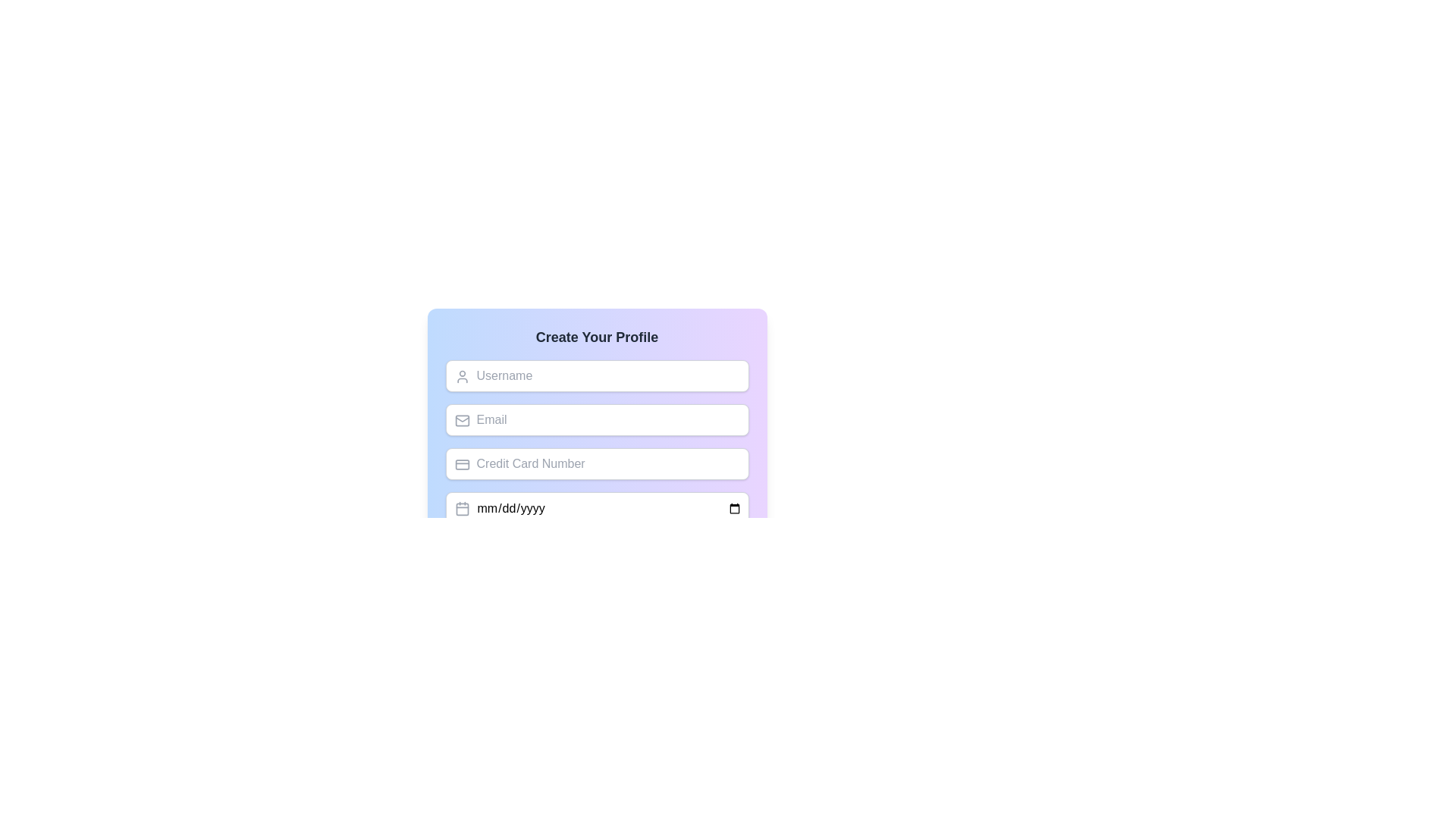  I want to click on the Date input field with integrated calendar picker located at the bottom of the 'Create Your Profile' form to focus on the field, so click(596, 509).